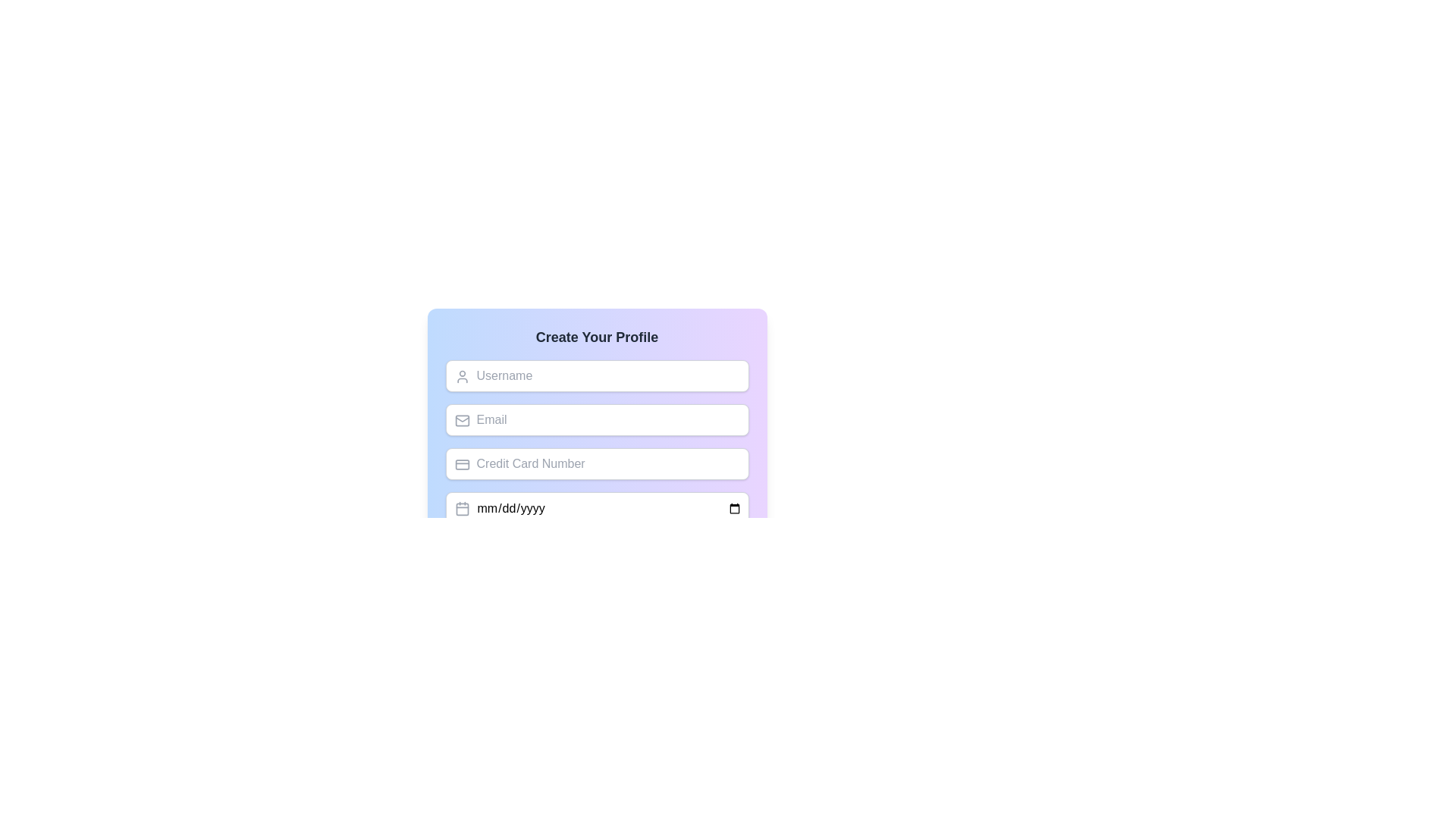  I want to click on the Date input field with integrated calendar picker located at the bottom of the 'Create Your Profile' form to focus on the field, so click(596, 509).